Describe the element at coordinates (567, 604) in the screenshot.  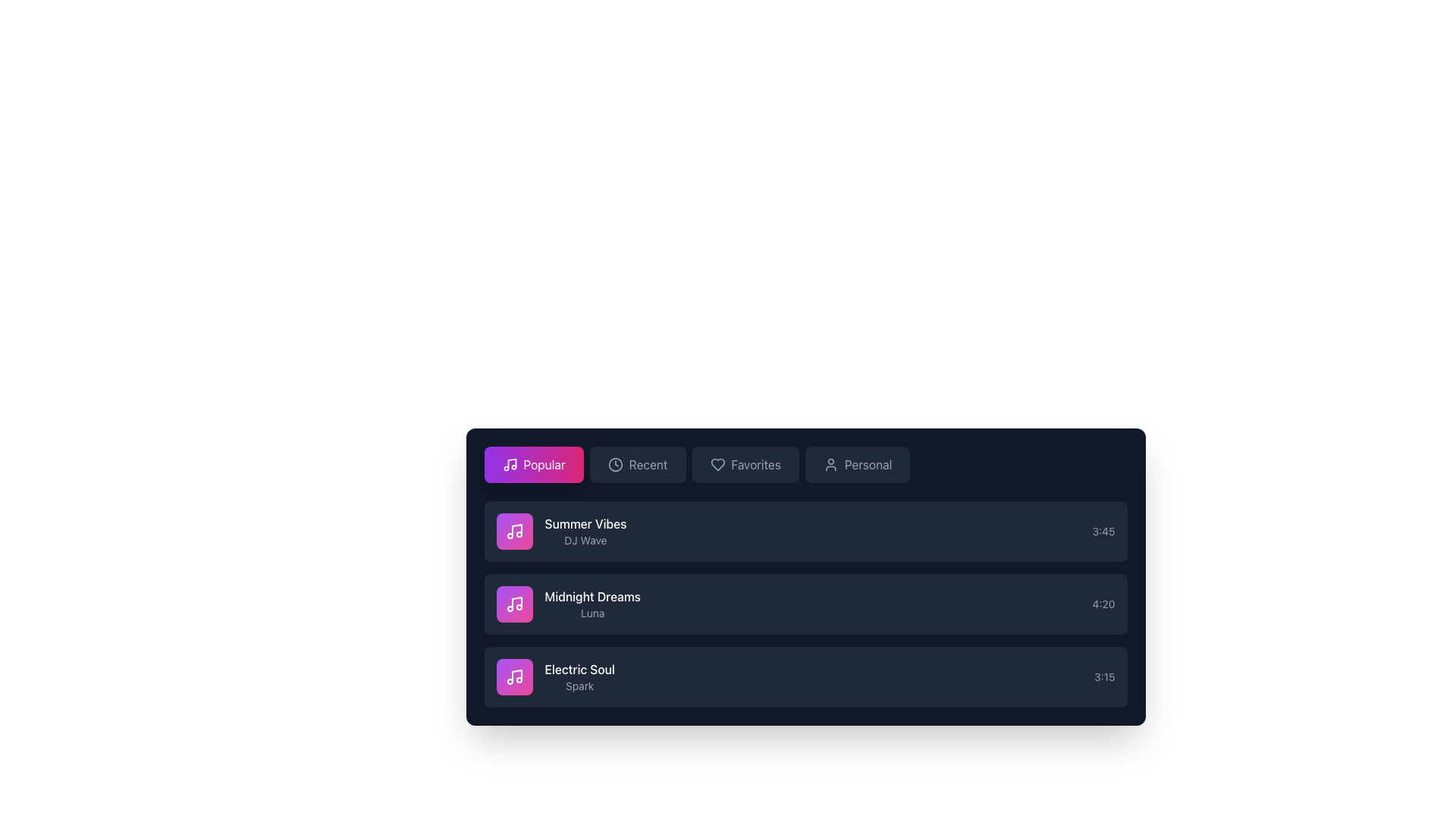
I see `the list entry for the music track 'Midnight Dreams' by 'Luna'` at that location.